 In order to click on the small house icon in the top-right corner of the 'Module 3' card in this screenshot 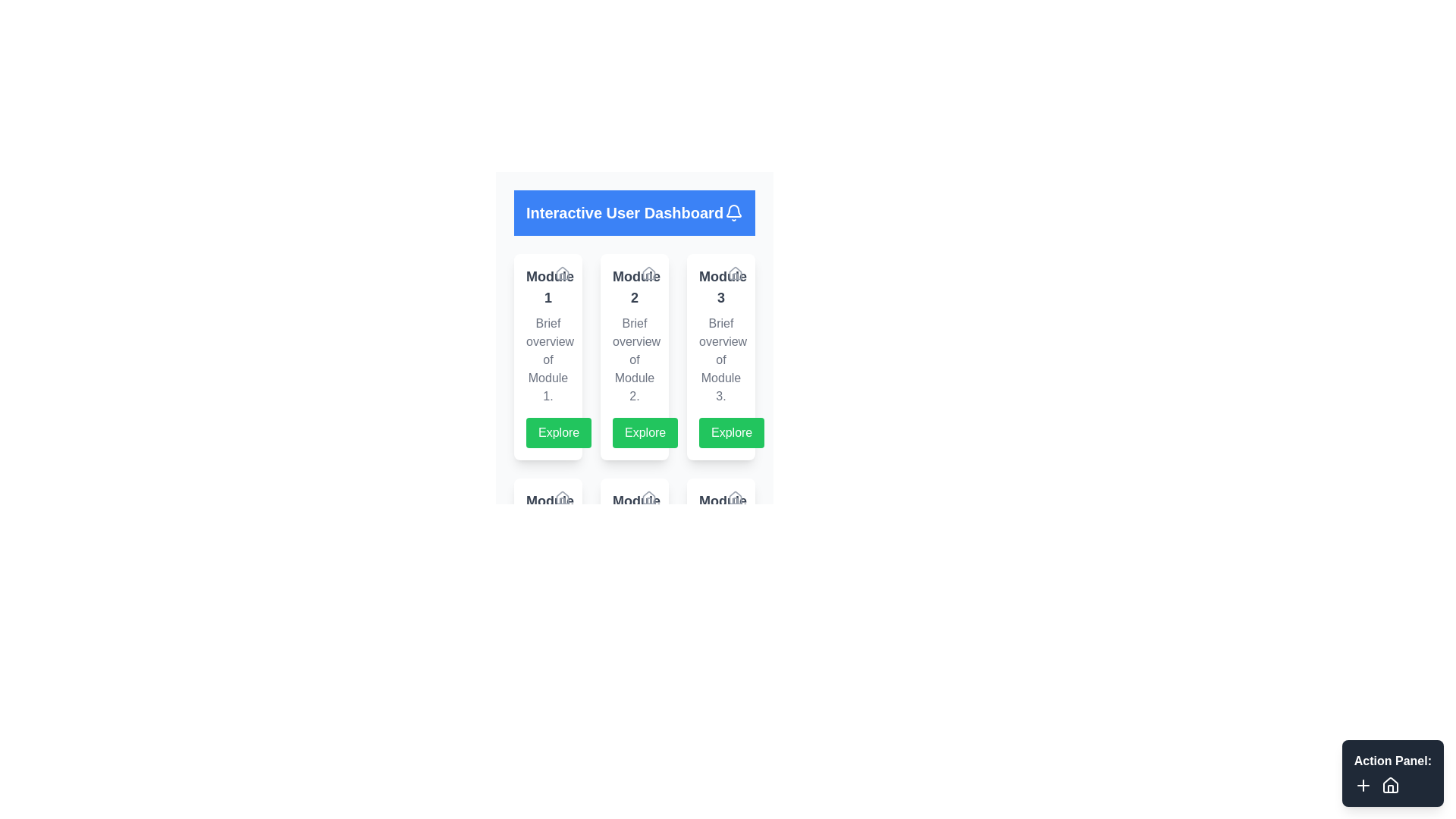, I will do `click(735, 274)`.